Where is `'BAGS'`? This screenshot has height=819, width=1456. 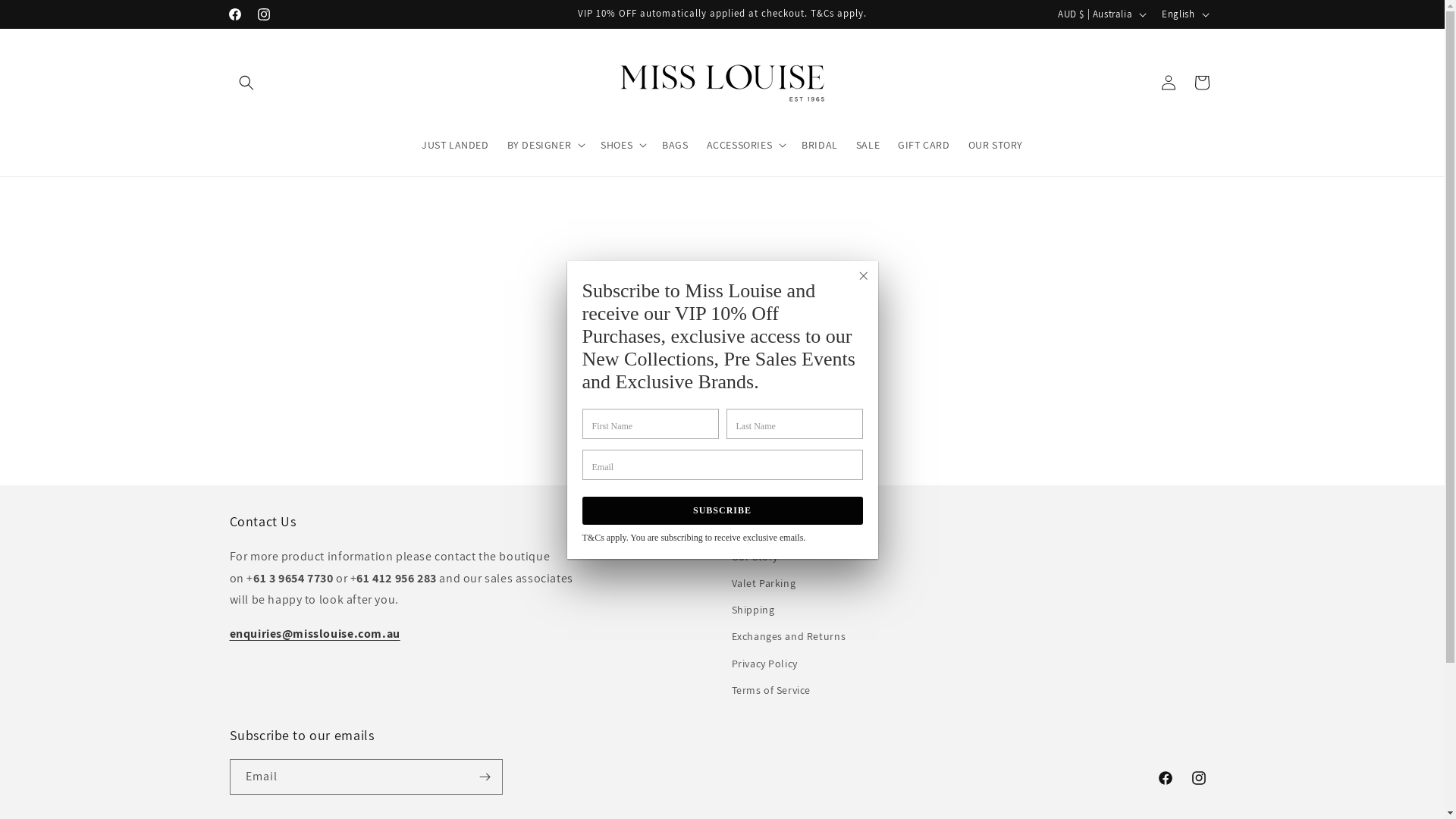 'BAGS' is located at coordinates (673, 145).